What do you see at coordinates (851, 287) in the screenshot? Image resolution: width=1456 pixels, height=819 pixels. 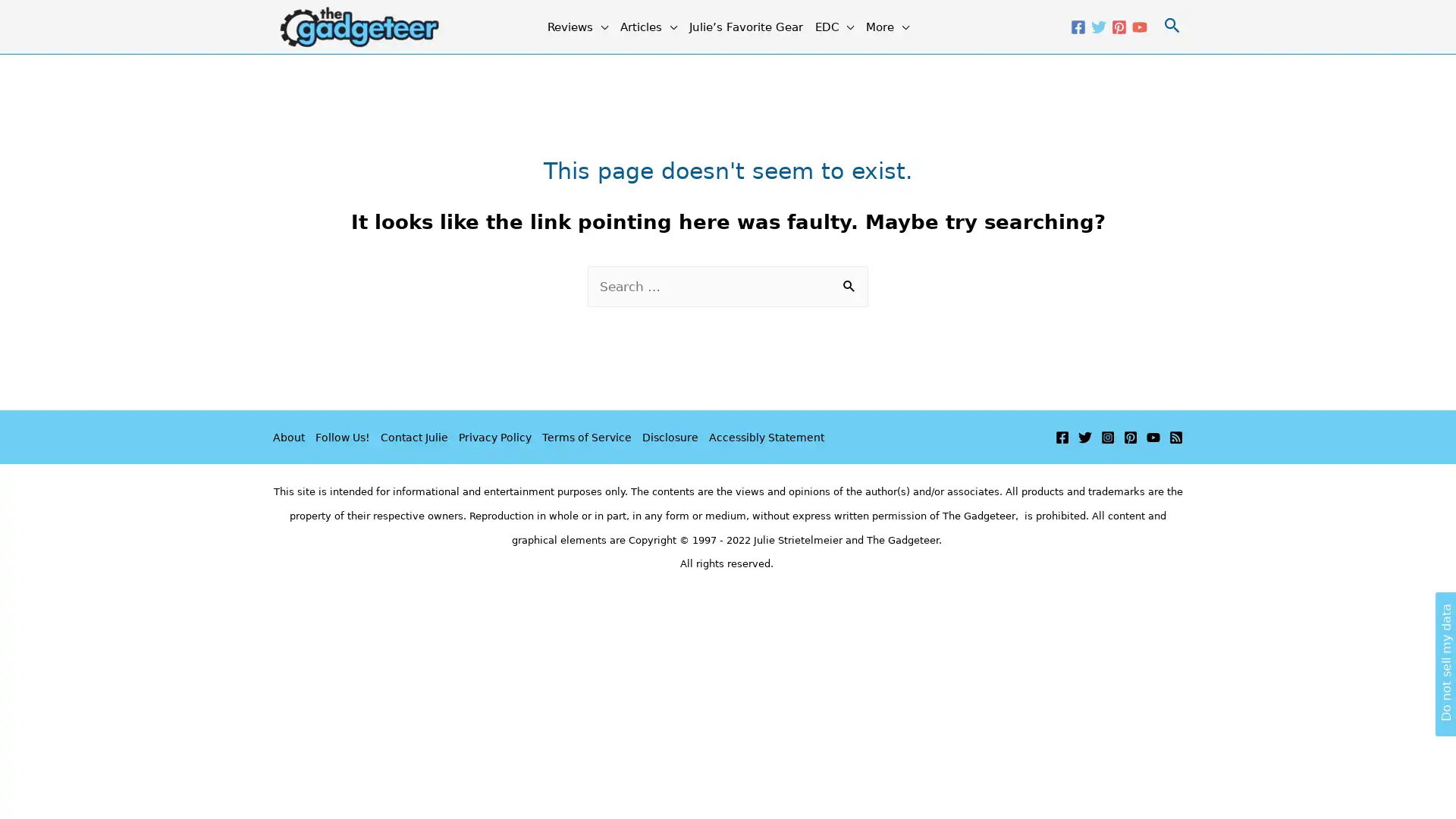 I see `Search` at bounding box center [851, 287].